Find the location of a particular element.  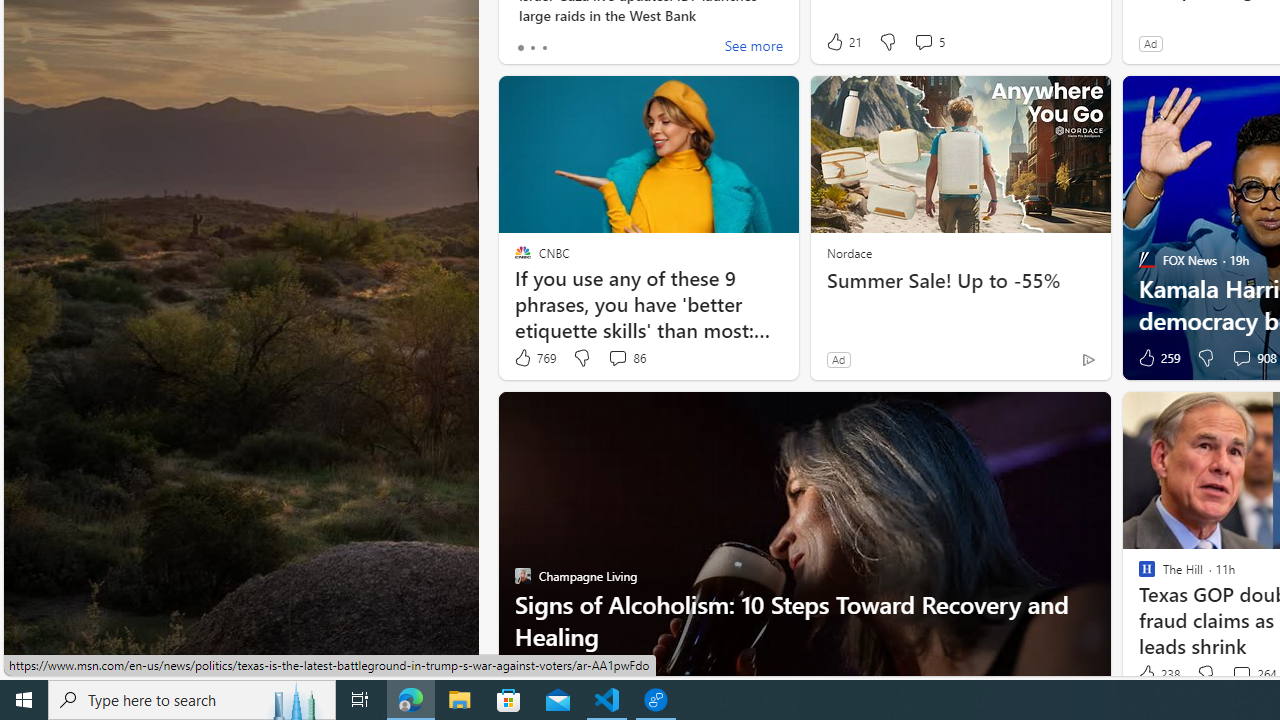

'View comments 5 Comment' is located at coordinates (928, 42).